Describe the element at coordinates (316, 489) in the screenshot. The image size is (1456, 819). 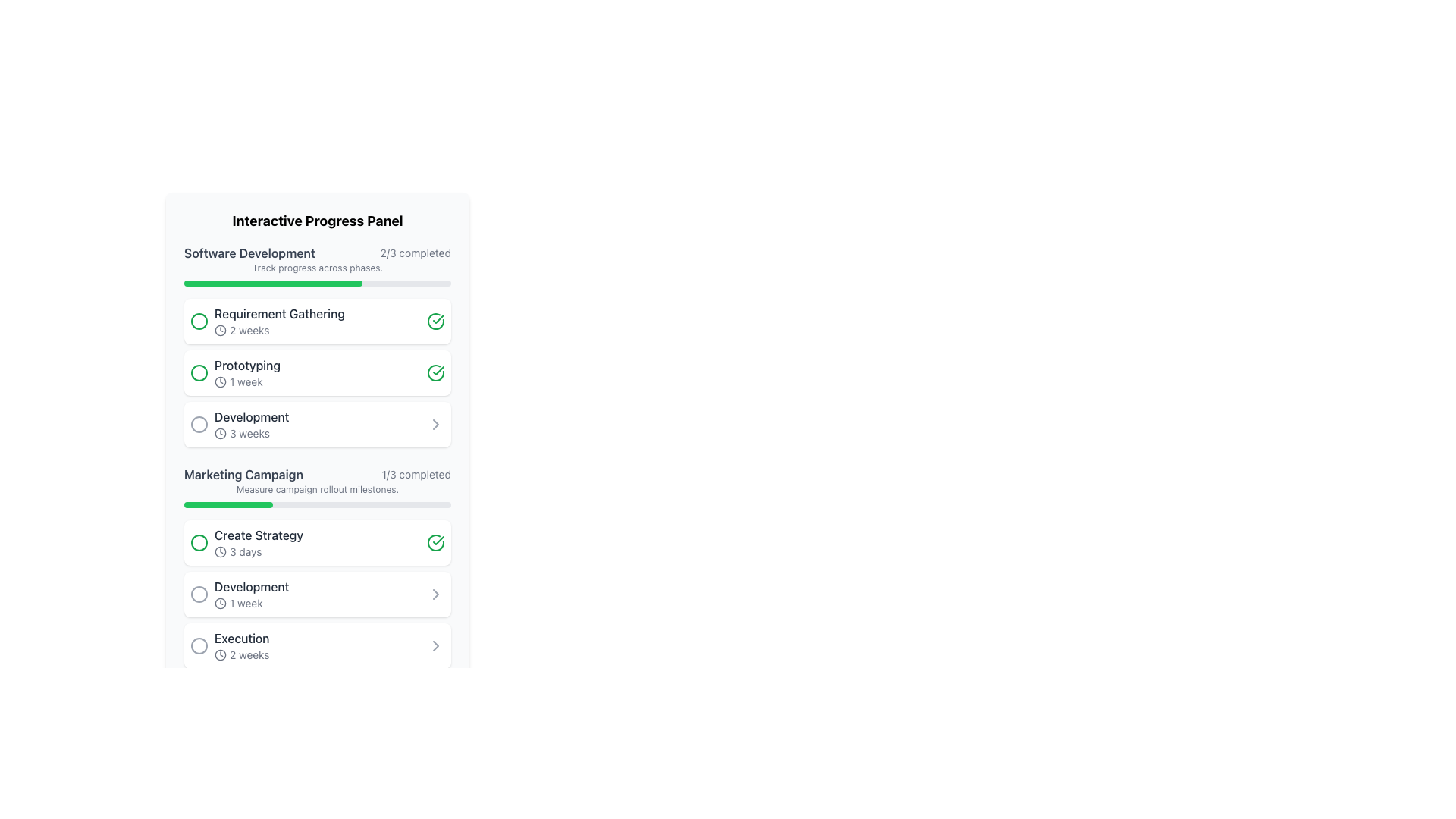
I see `the text label that provides additional context about the progress indicator titled 'Marketing Campaign', which is positioned below the title and progress bar` at that location.